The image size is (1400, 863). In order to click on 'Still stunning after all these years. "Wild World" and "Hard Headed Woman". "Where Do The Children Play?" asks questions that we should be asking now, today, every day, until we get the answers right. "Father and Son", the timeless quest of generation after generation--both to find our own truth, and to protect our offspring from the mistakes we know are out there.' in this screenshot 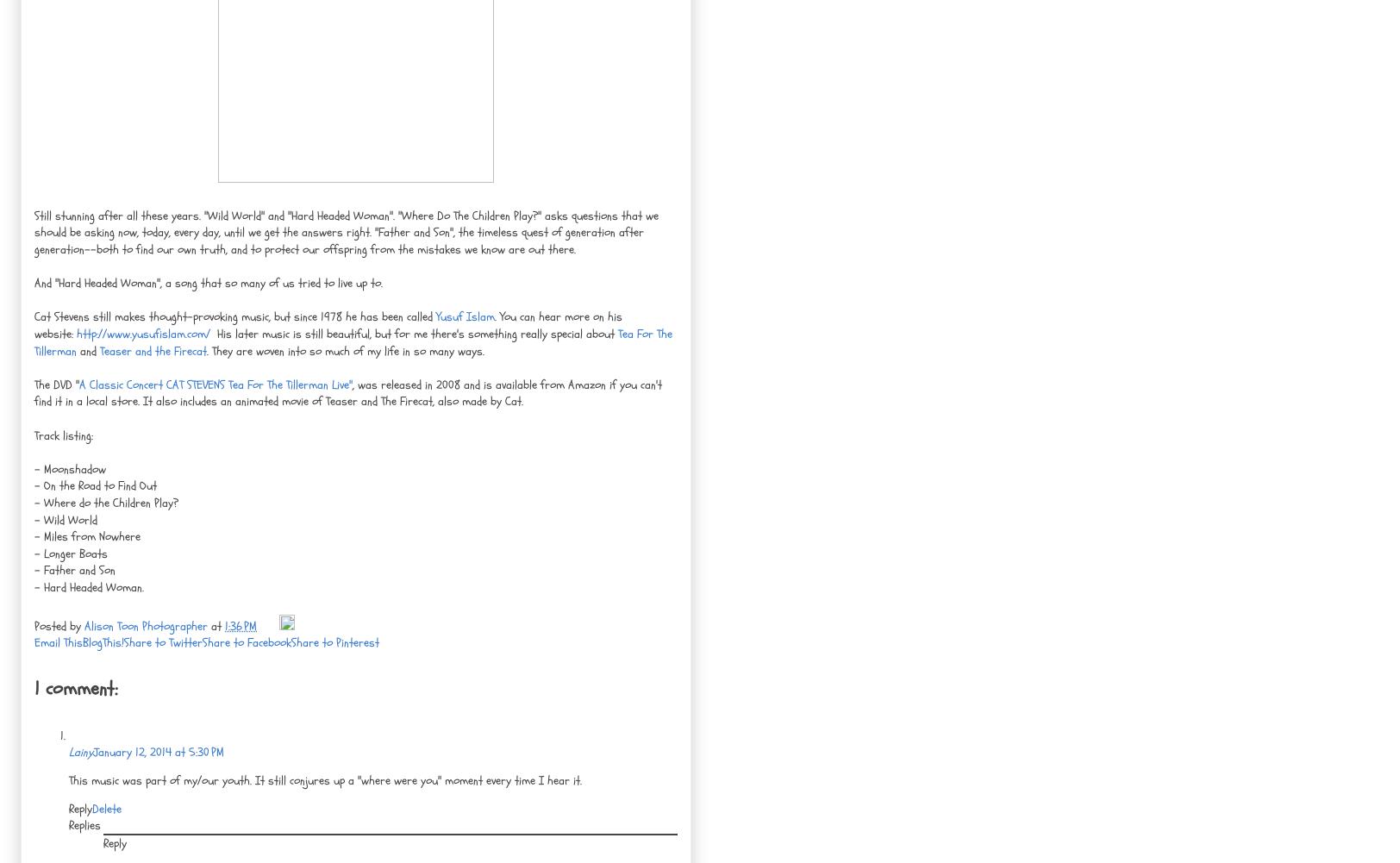, I will do `click(346, 231)`.